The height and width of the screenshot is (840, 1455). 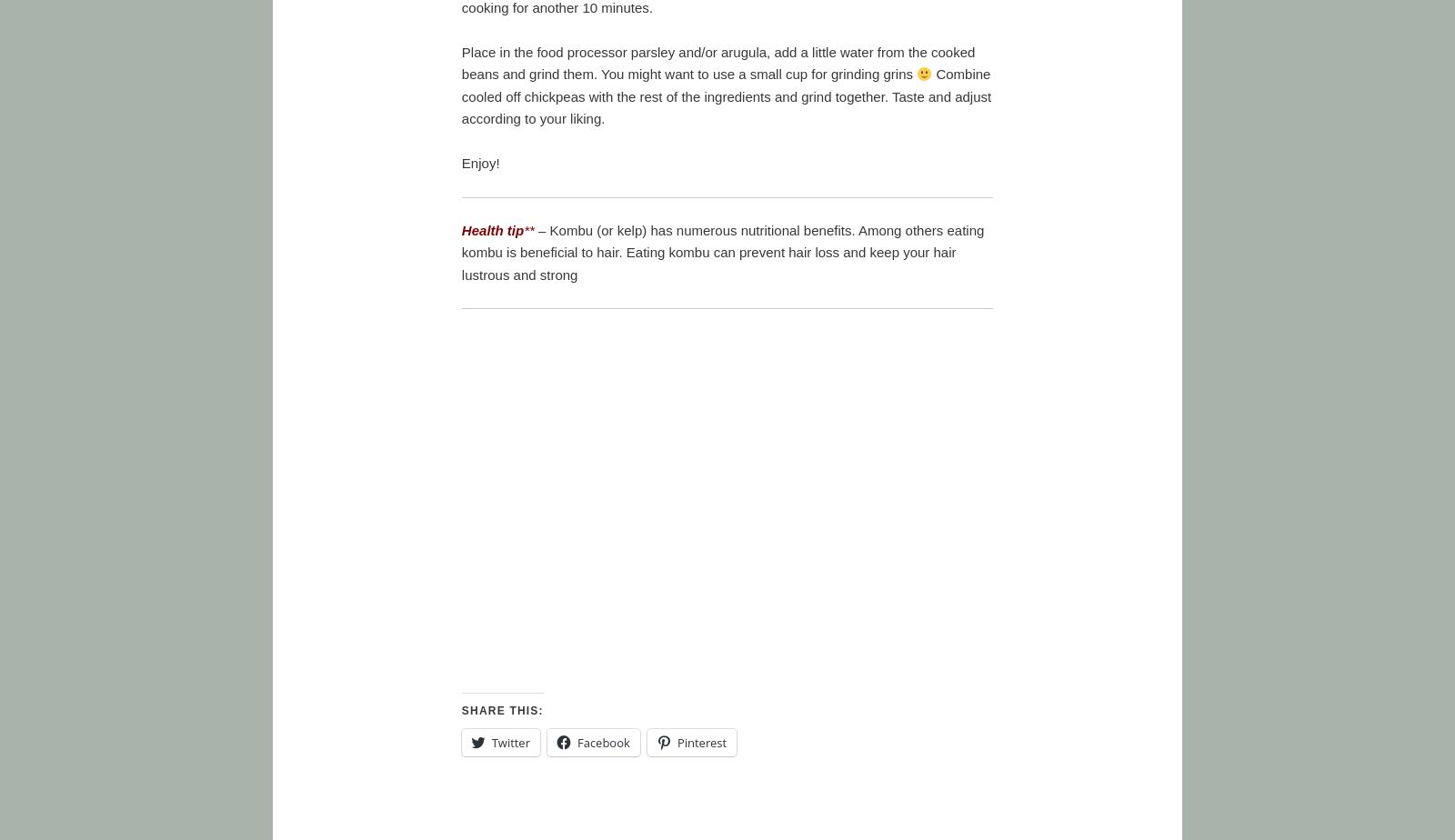 What do you see at coordinates (722, 252) in the screenshot?
I see `'– Kombu (or kelp) has numerous nutritional benefits. Among others eating kombu is beneficial to hair. Eating kombu can prevent hair loss and keep your hair lustrous and strong'` at bounding box center [722, 252].